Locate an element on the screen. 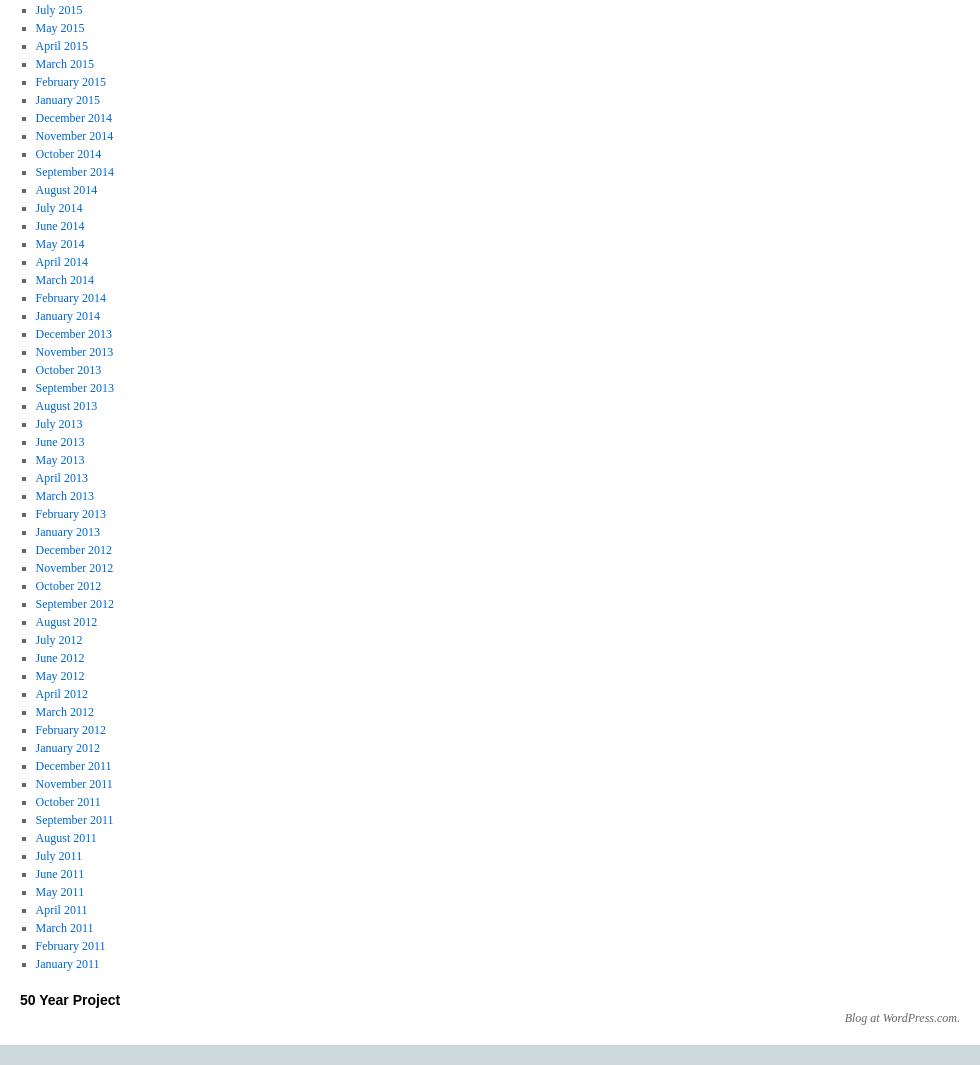 This screenshot has height=1065, width=980. 'September 2013' is located at coordinates (73, 386).